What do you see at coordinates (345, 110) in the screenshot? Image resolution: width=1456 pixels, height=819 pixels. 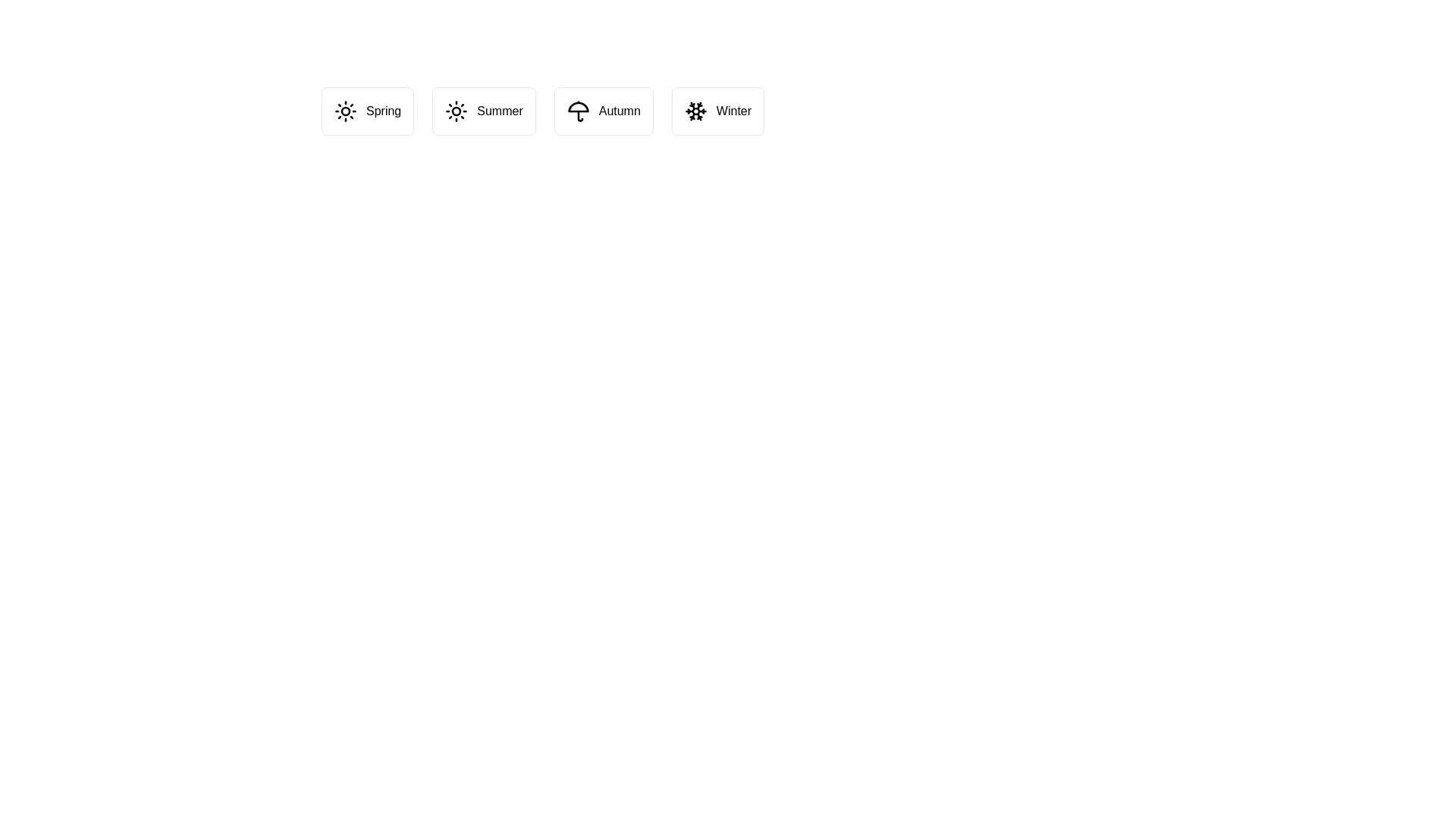 I see `the circular sun icon element, which is positioned centrally within the sun symbol and styled with a stroke, to interact with it` at bounding box center [345, 110].